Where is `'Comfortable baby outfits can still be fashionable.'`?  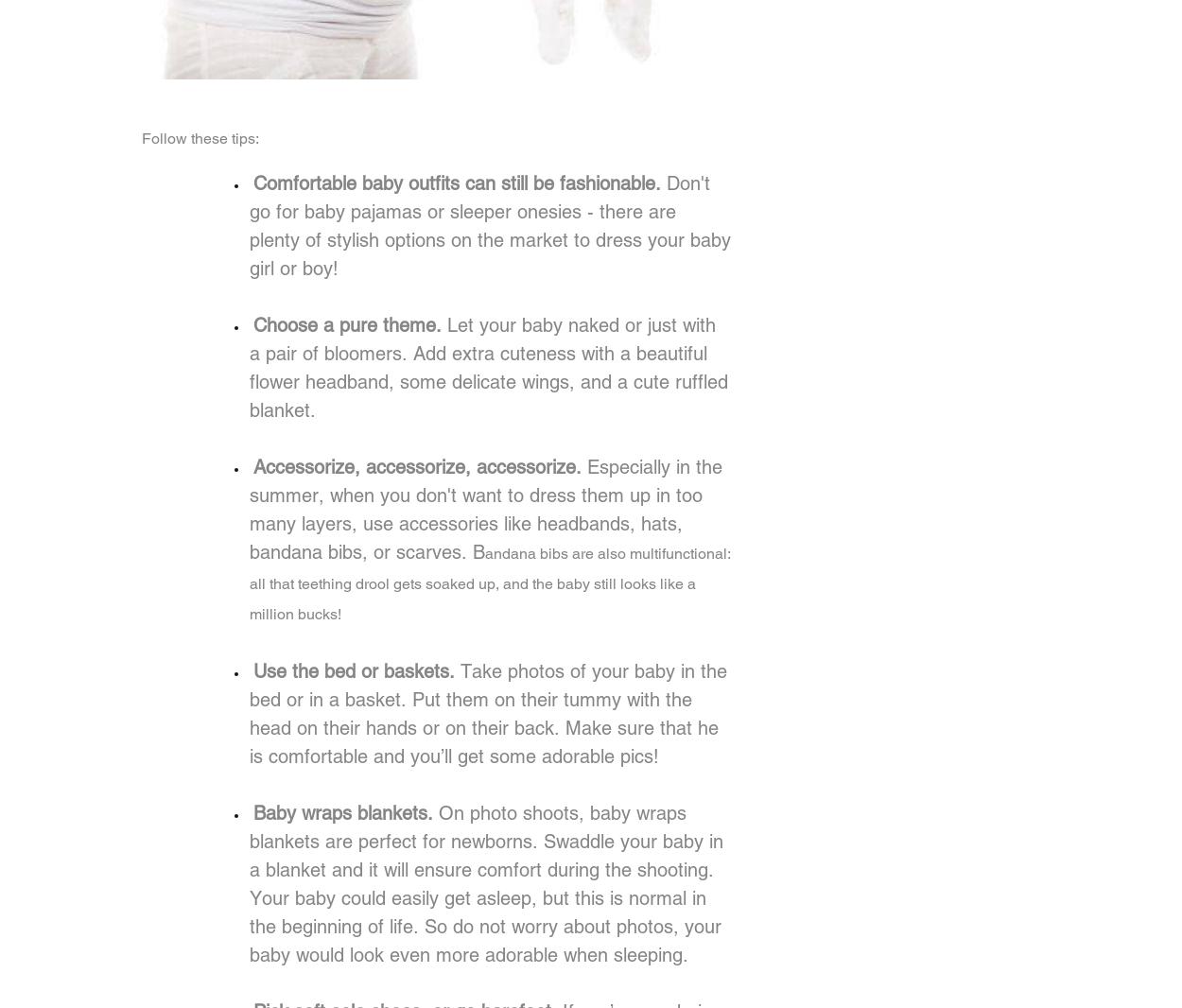 'Comfortable baby outfits can still be fashionable.' is located at coordinates (253, 182).